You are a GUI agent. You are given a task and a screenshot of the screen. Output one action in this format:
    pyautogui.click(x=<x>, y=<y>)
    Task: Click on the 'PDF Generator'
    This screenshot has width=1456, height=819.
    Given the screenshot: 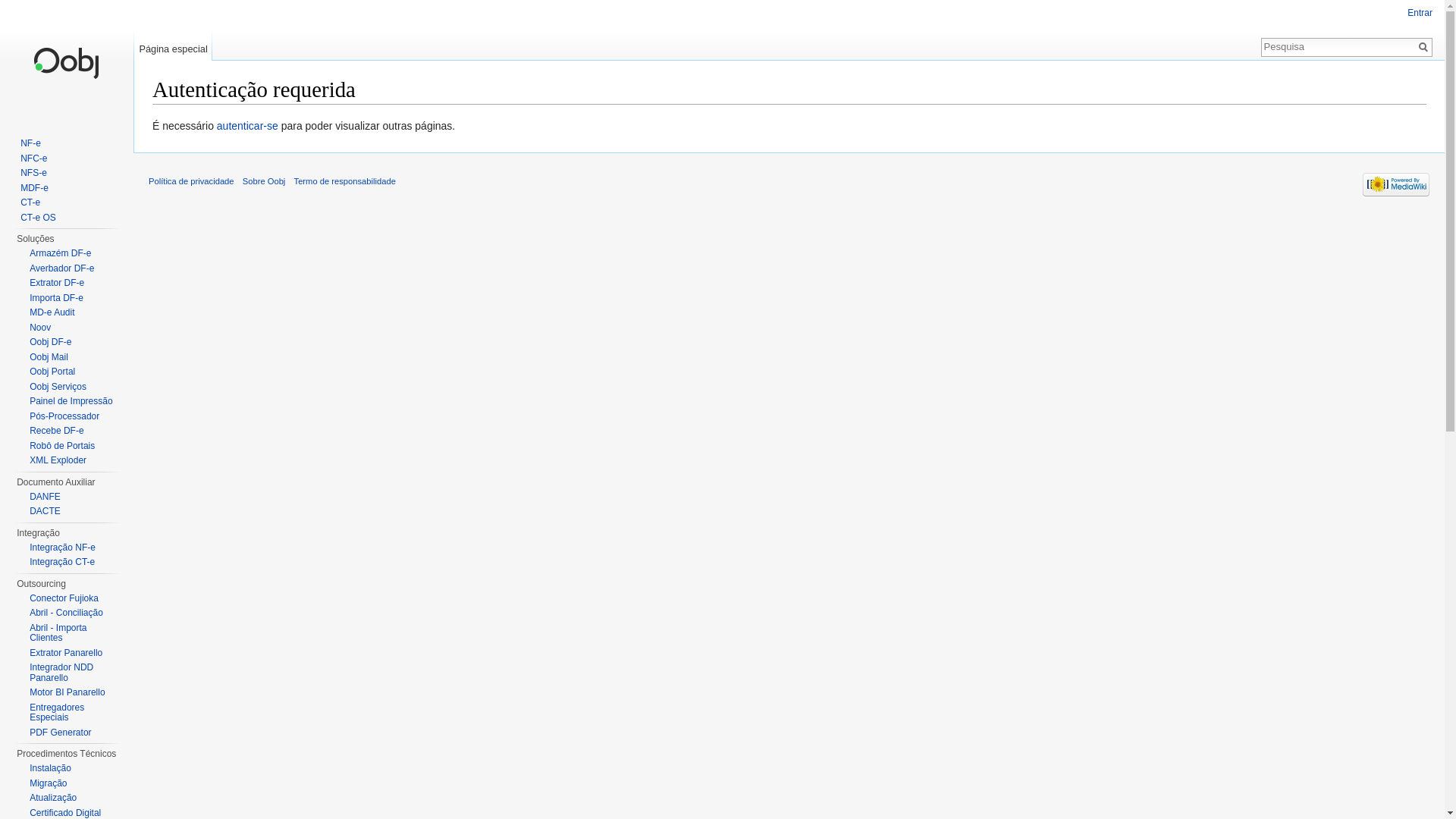 What is the action you would take?
    pyautogui.click(x=60, y=730)
    